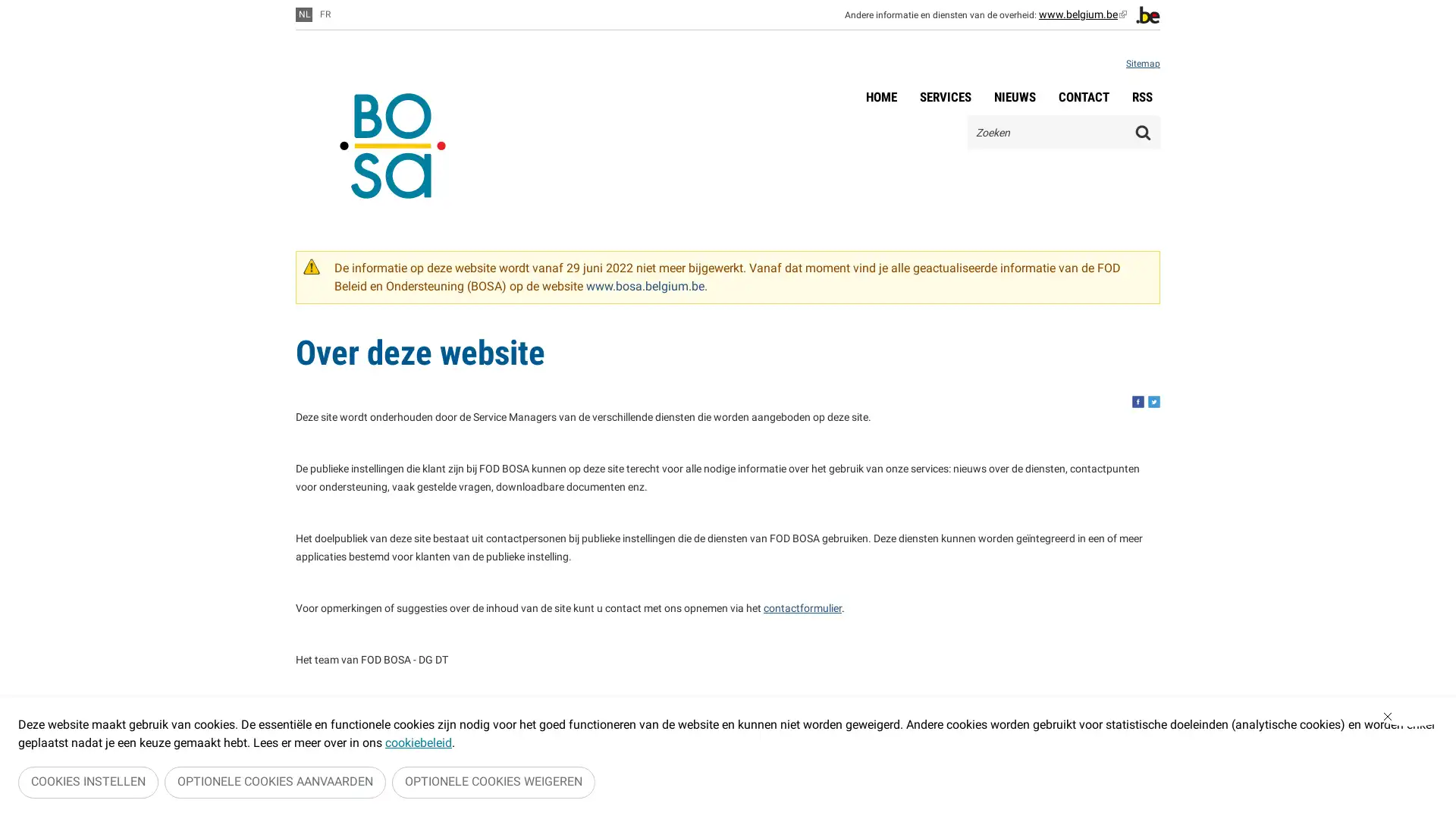  I want to click on OPTIONELE COOKIES AANVAARDEN, so click(275, 784).